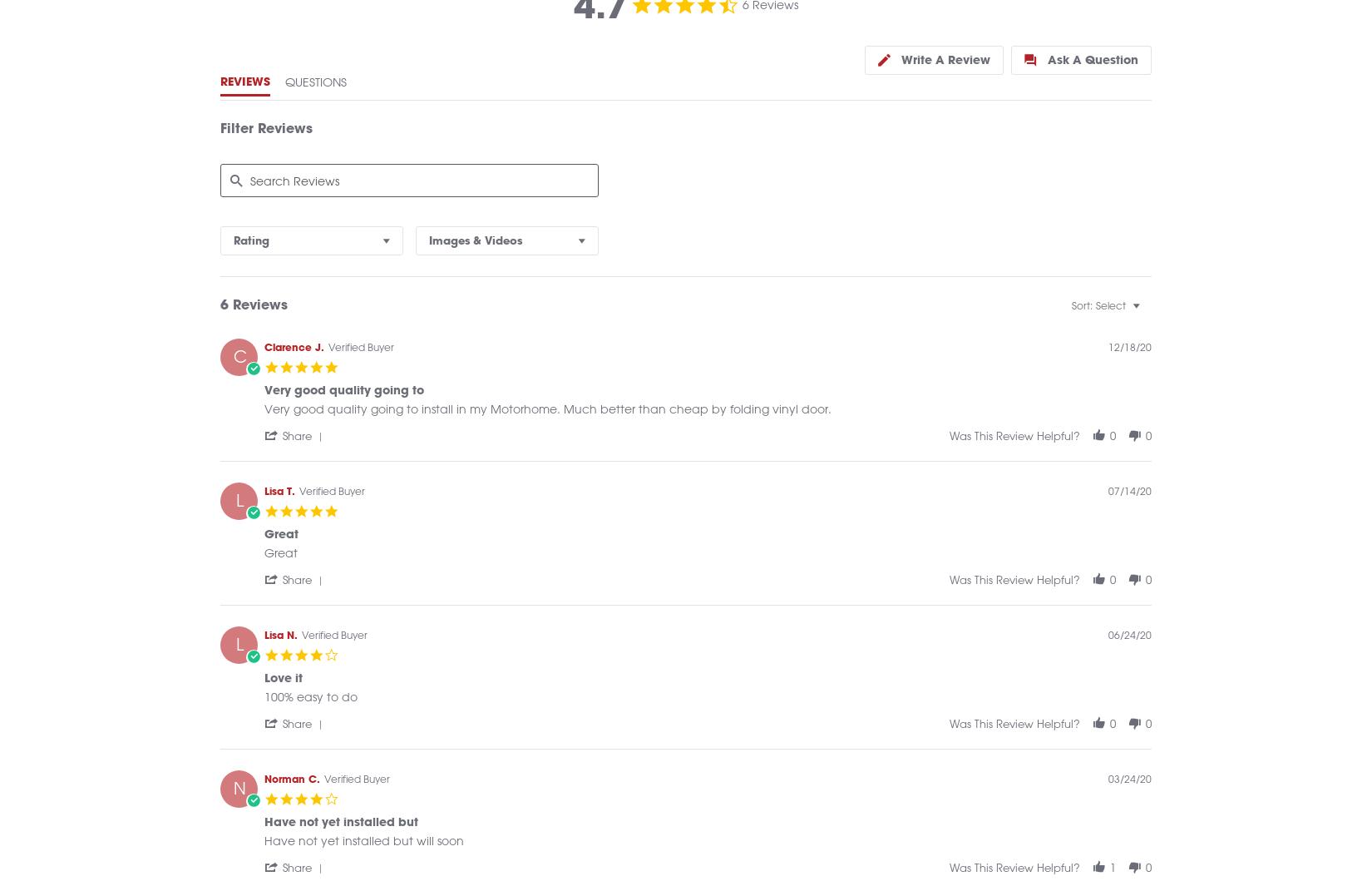 Image resolution: width=1372 pixels, height=891 pixels. Describe the element at coordinates (280, 652) in the screenshot. I see `'Lisa N.'` at that location.